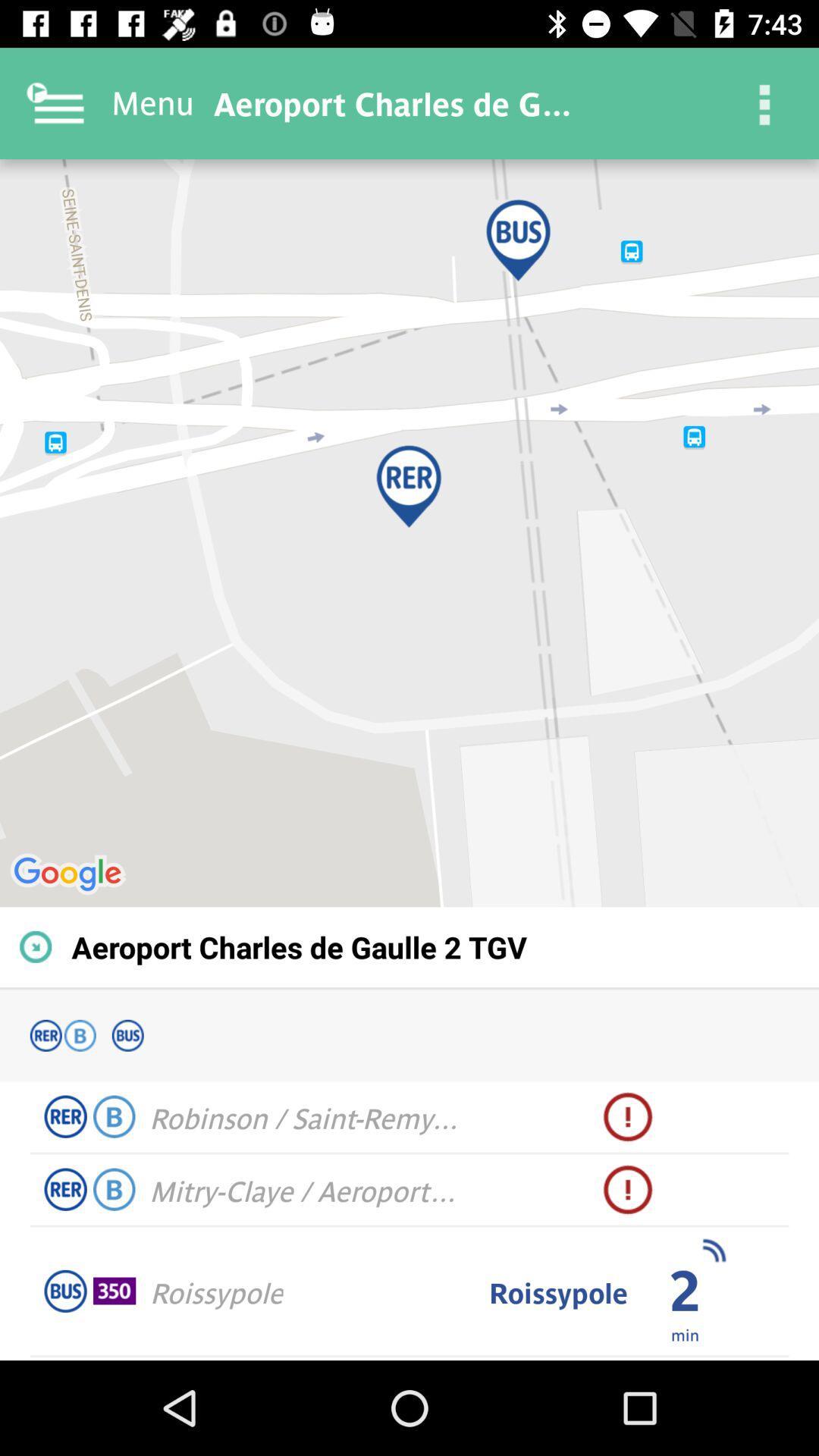 The height and width of the screenshot is (1456, 819). I want to click on the icon below the 2, so click(685, 1333).